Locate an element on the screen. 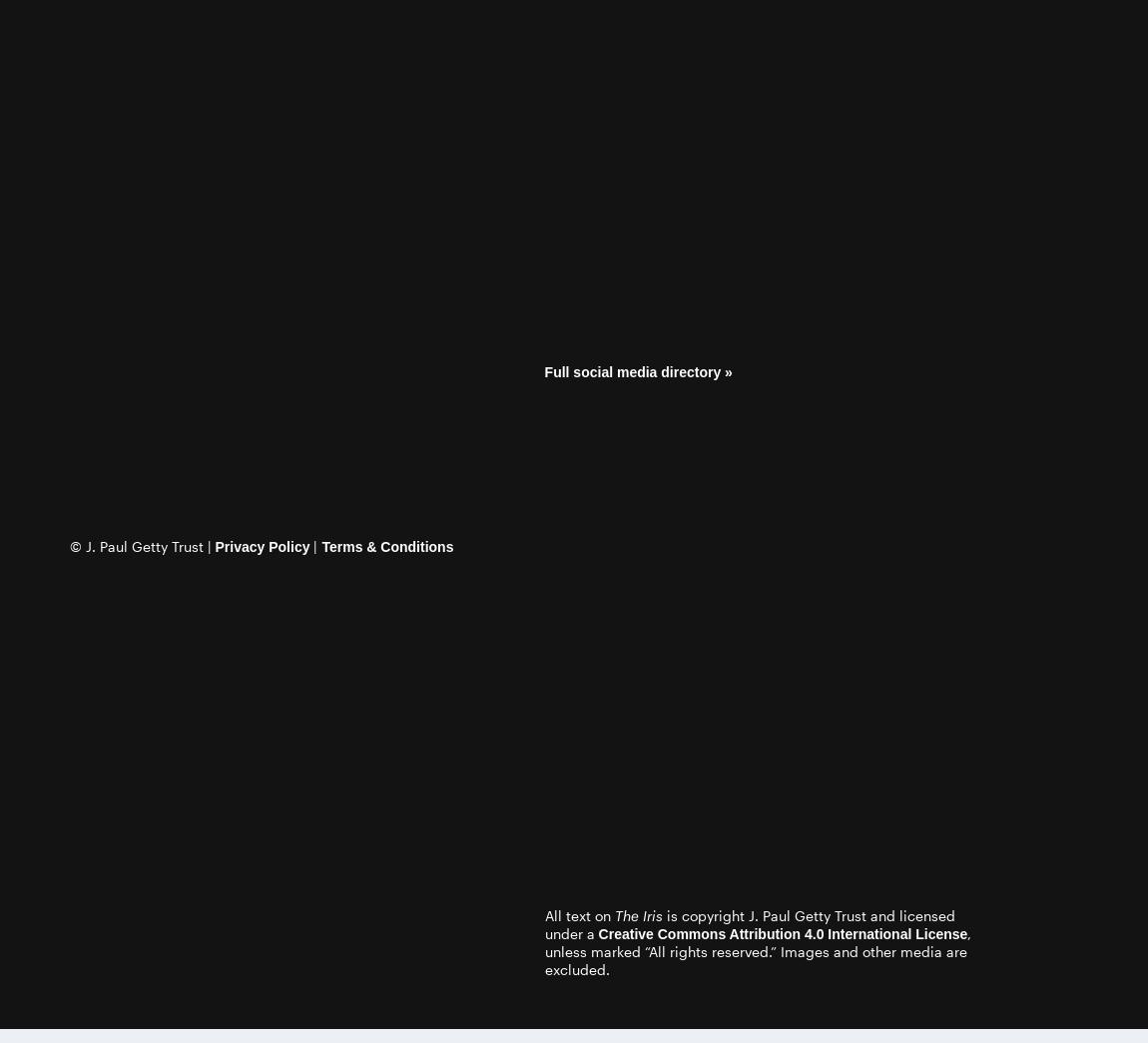 The image size is (1148, 1043). ', unless marked “All rights reserved.” Images and other media are excluded.' is located at coordinates (757, 950).